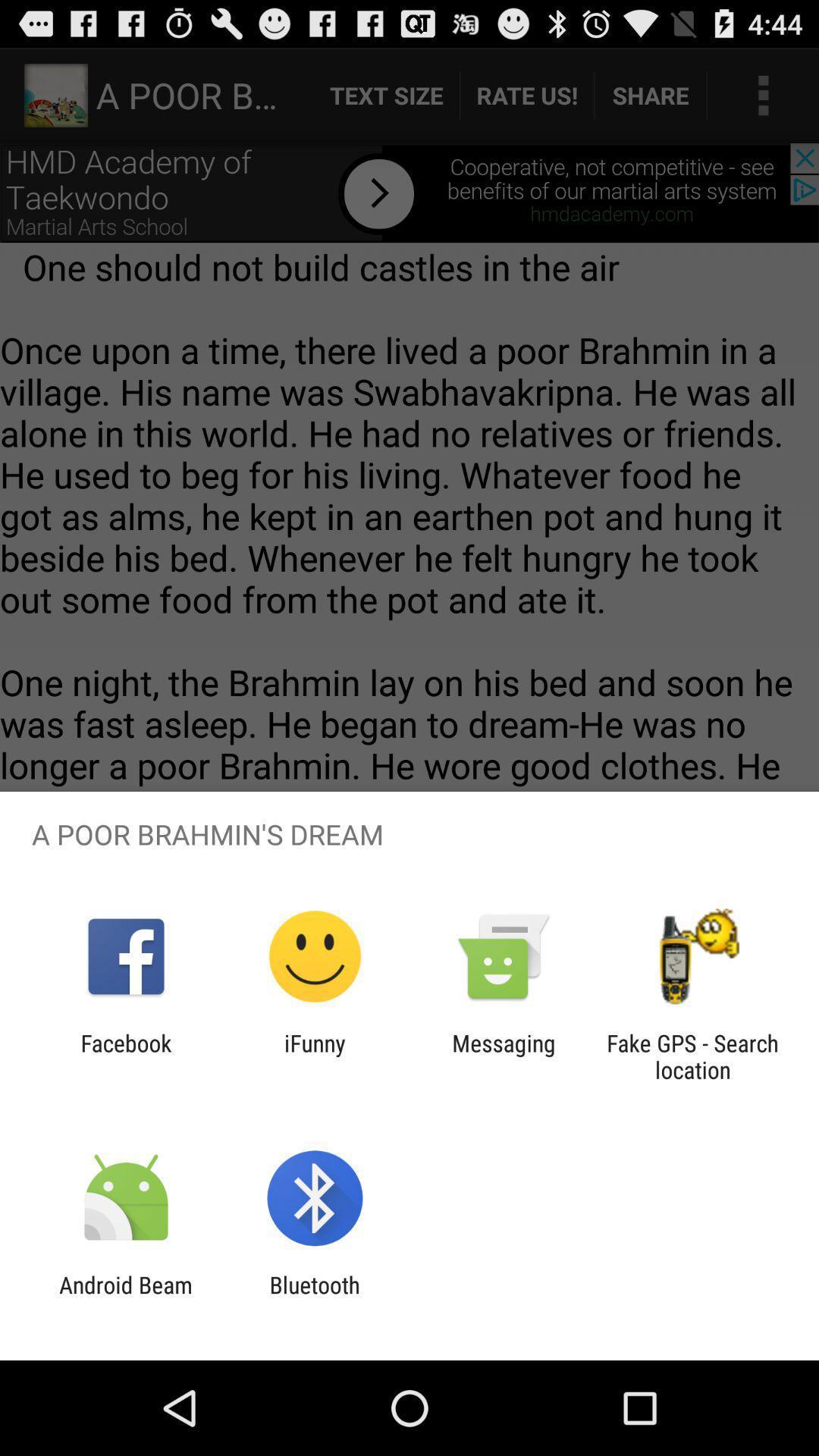  Describe the element at coordinates (314, 1056) in the screenshot. I see `app next to messaging` at that location.